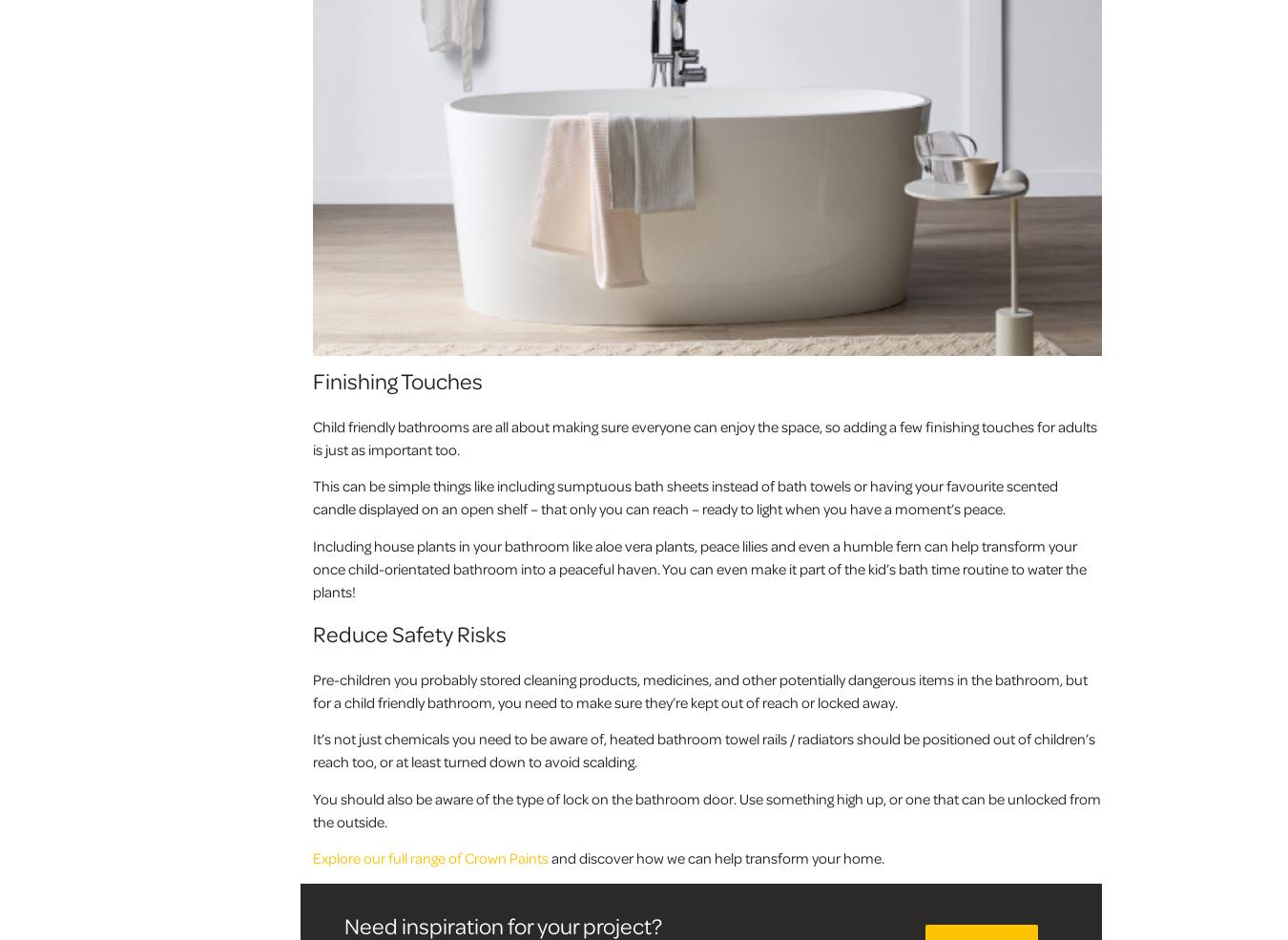  I want to click on 'Pre-children you probably stored cleaning products, medicines, and other potentially dangerous items in the bathroom, but for a child friendly bathroom, you need to make sure they’re kept out of reach or locked away.', so click(698, 689).